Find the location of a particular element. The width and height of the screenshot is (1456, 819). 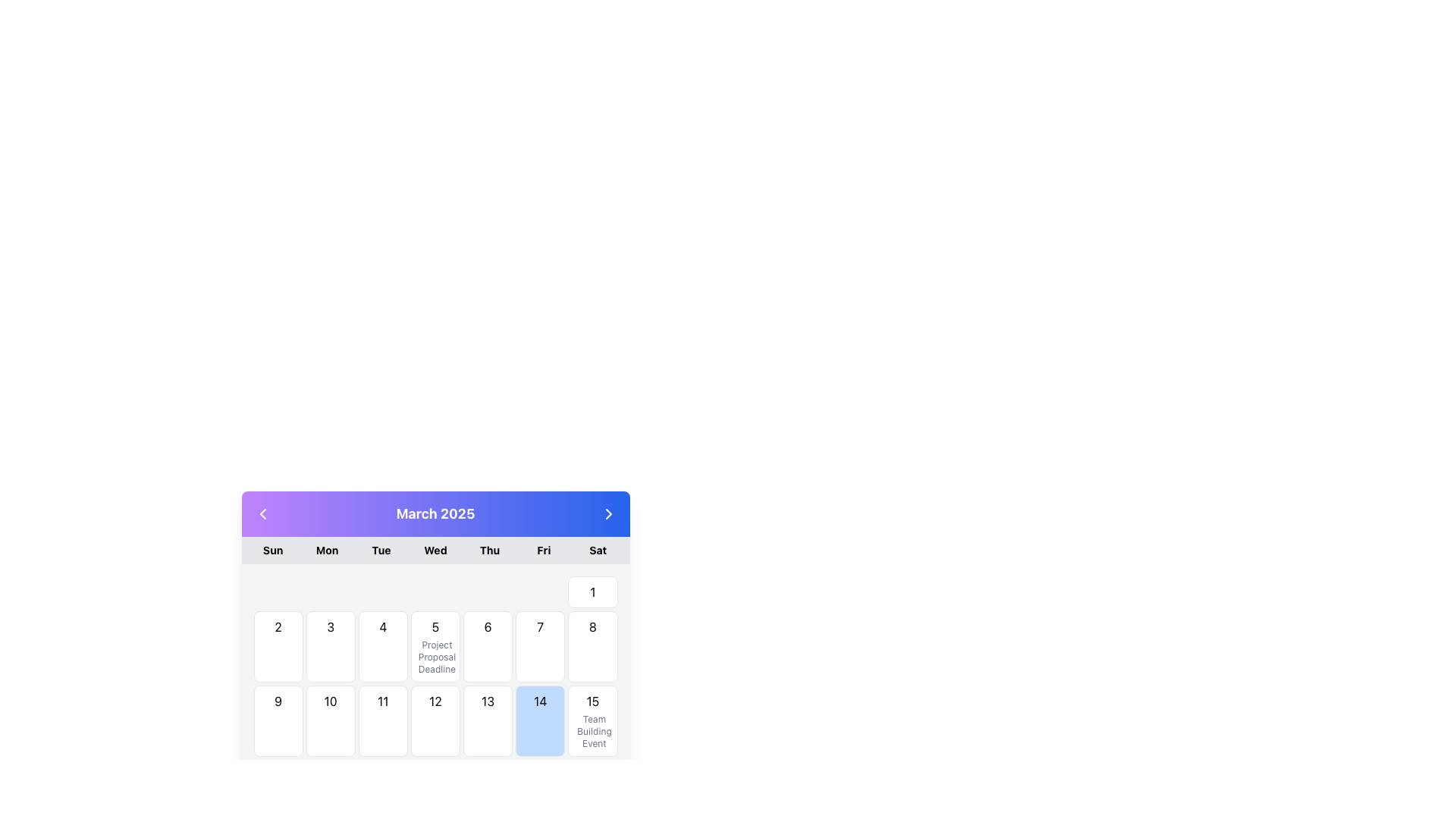

the visual indicator dot located in the fourth column of the first row of the calendar, which marks a significant event on Wednesday is located at coordinates (435, 591).